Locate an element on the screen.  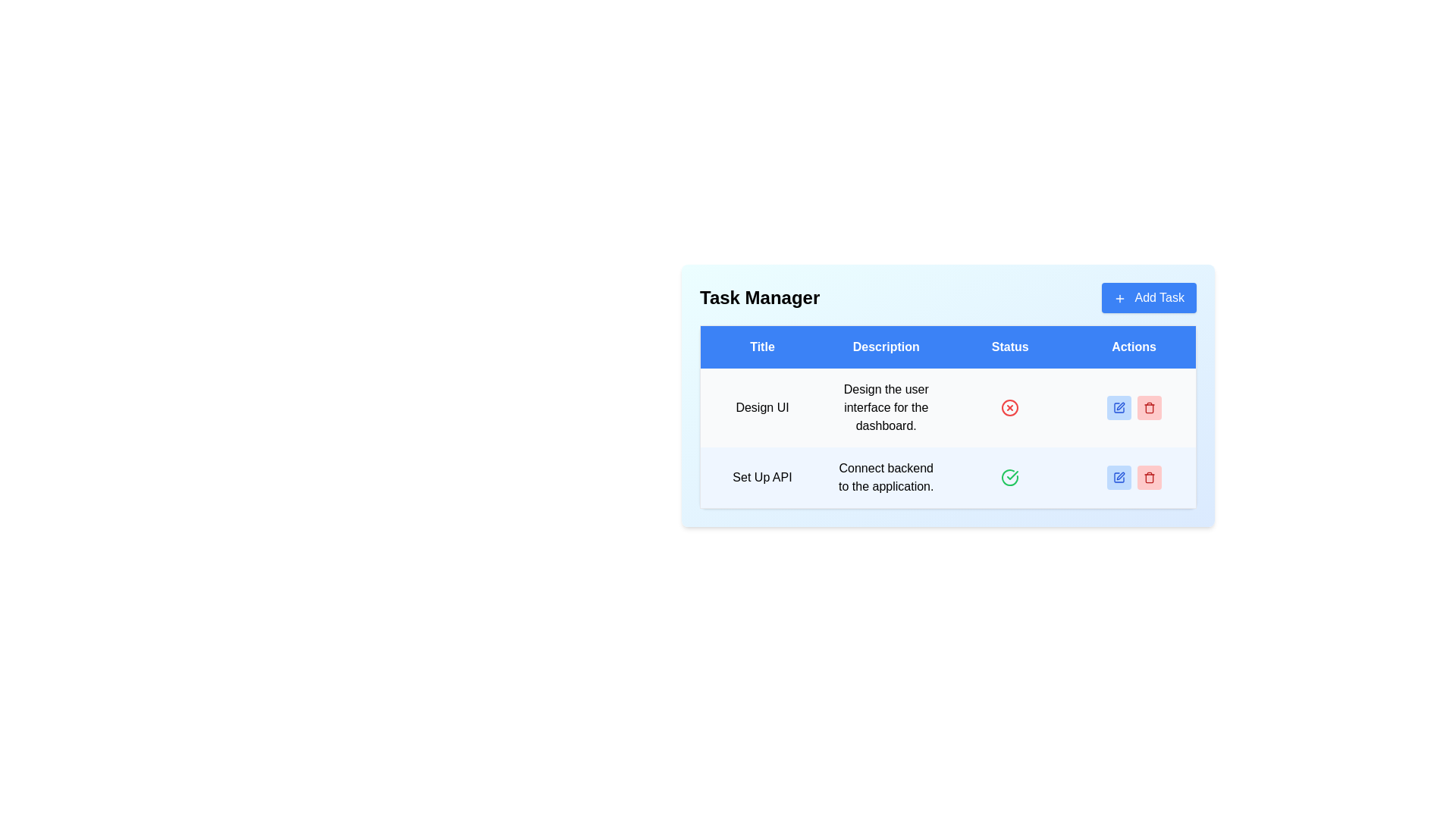
the edit icon in the Actions column of the second task row labeled 'Set Up API' is located at coordinates (1119, 476).